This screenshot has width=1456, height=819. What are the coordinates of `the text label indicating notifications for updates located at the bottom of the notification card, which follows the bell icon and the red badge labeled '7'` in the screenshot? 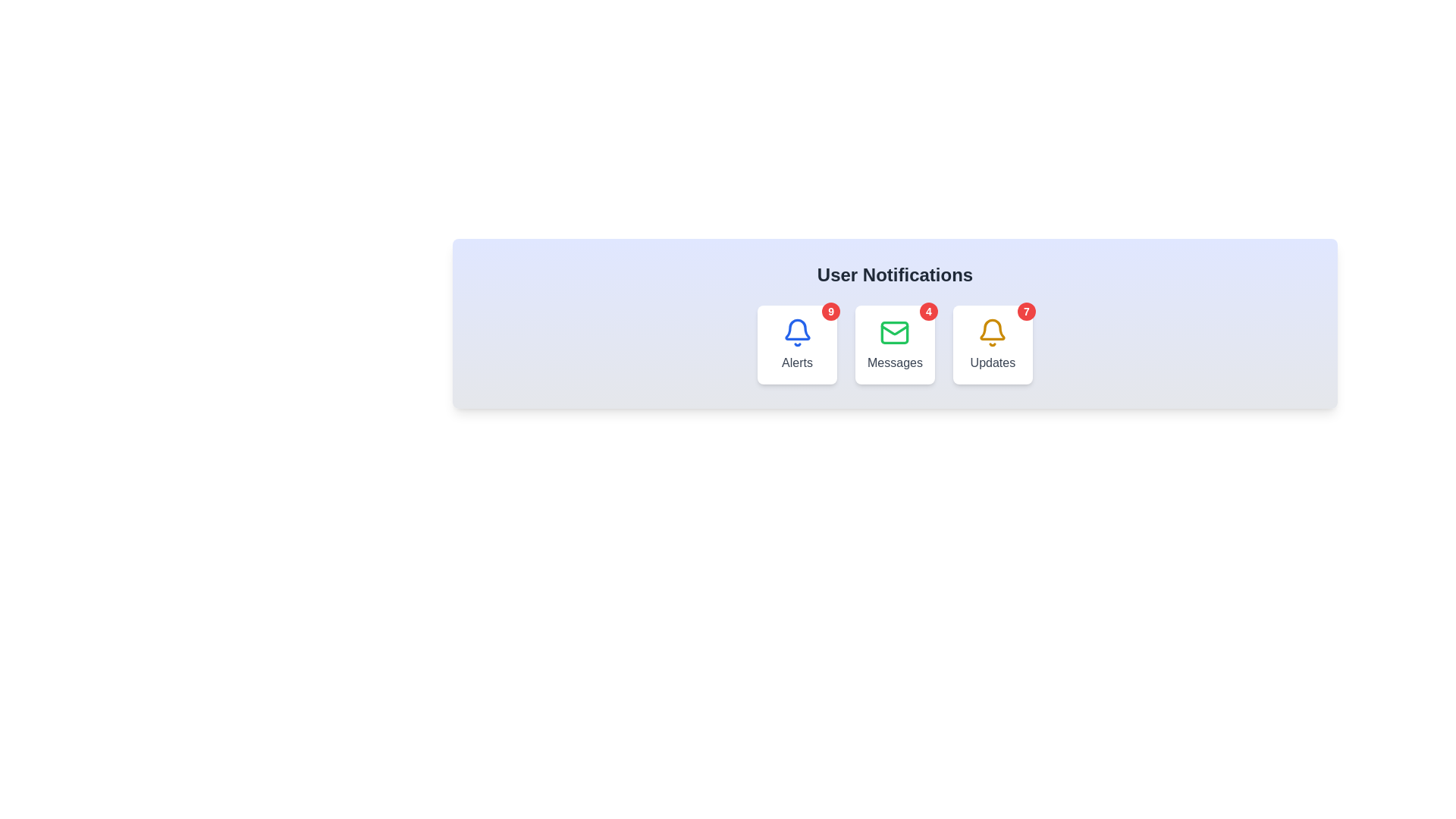 It's located at (993, 362).